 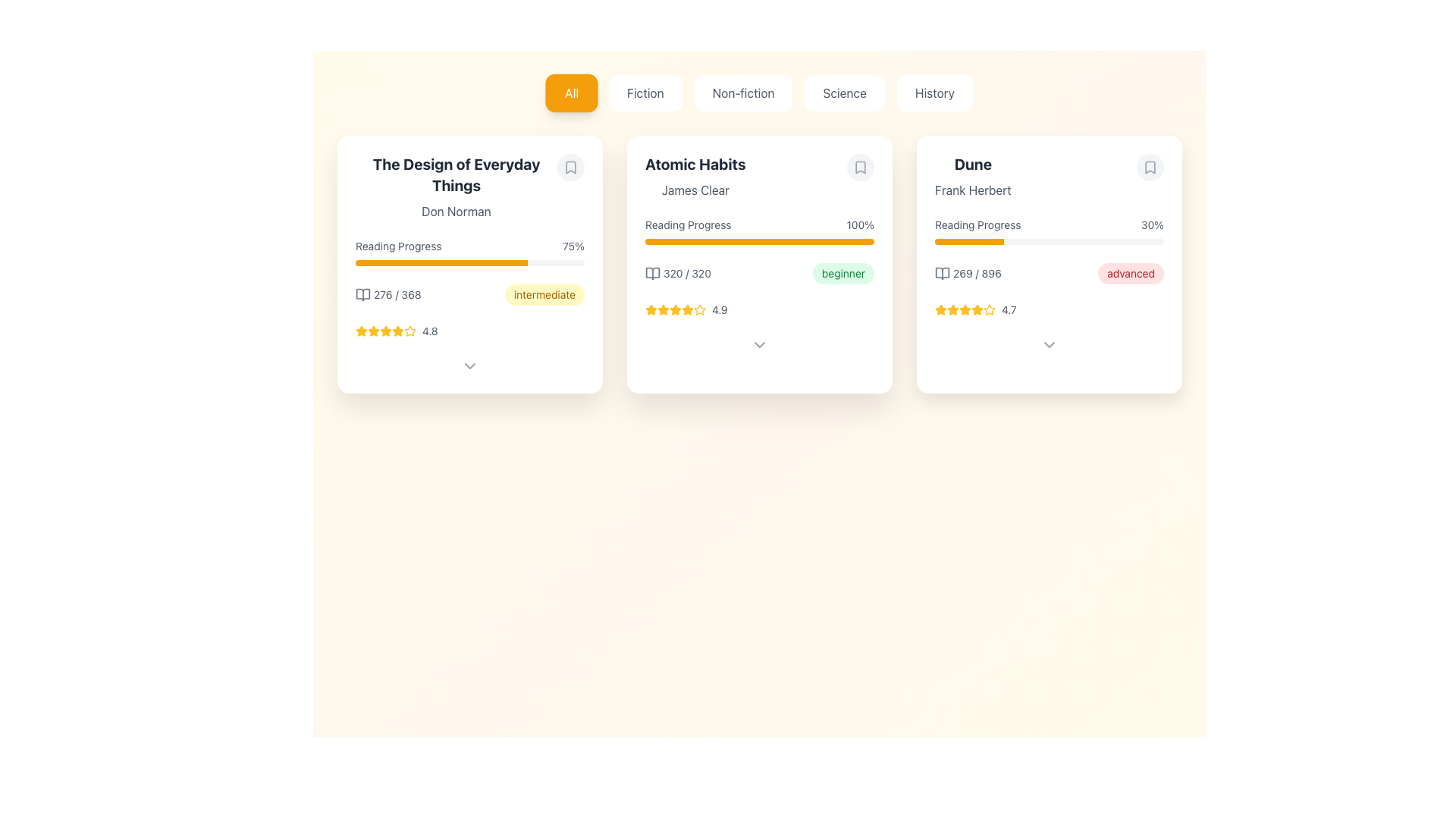 What do you see at coordinates (570, 93) in the screenshot?
I see `the 'All' button, which is a rectangular button with rounded edges, labeled in white on an amber background, located at the top-center among a group of buttons` at bounding box center [570, 93].